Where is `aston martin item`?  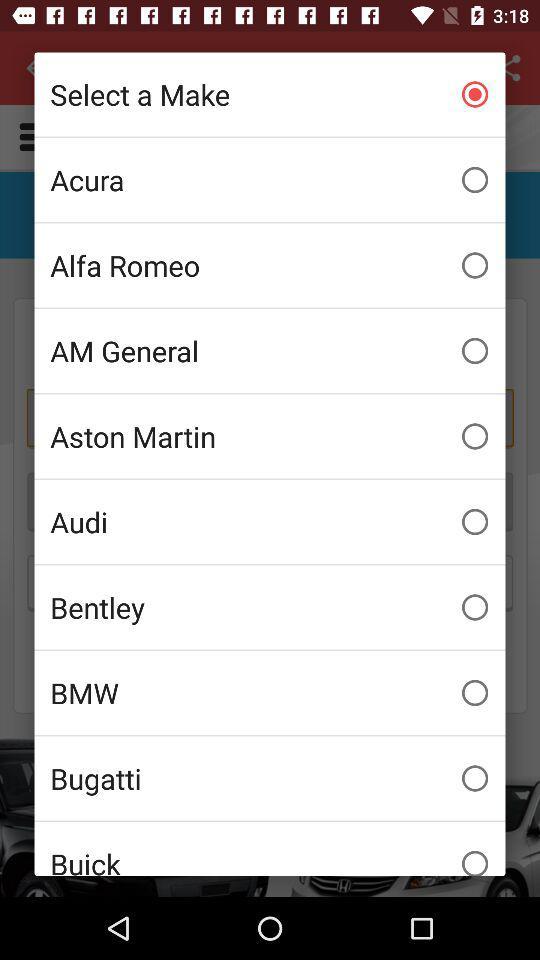 aston martin item is located at coordinates (270, 436).